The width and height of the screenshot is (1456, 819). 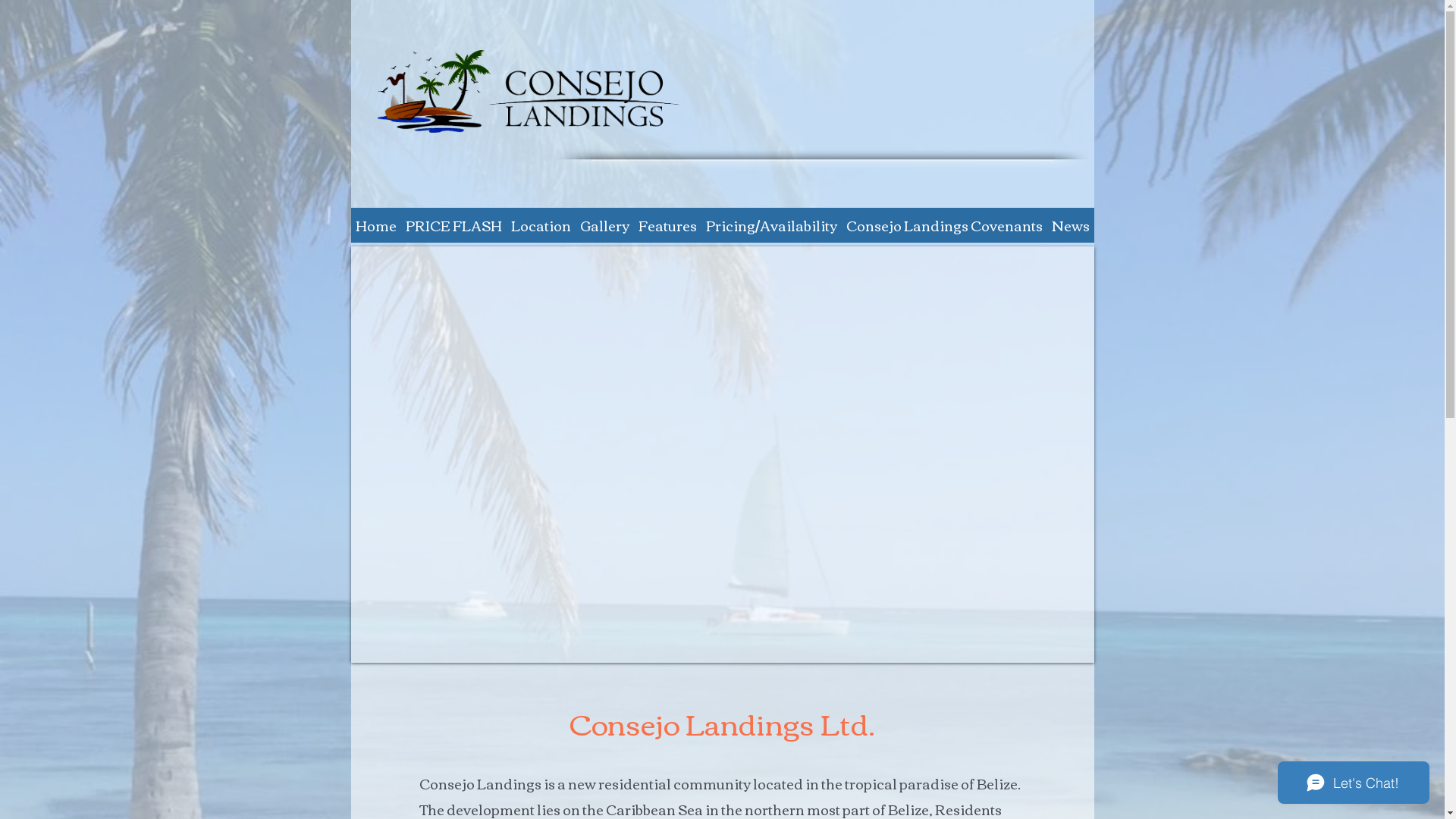 I want to click on 'PRICE FLASH', so click(x=452, y=225).